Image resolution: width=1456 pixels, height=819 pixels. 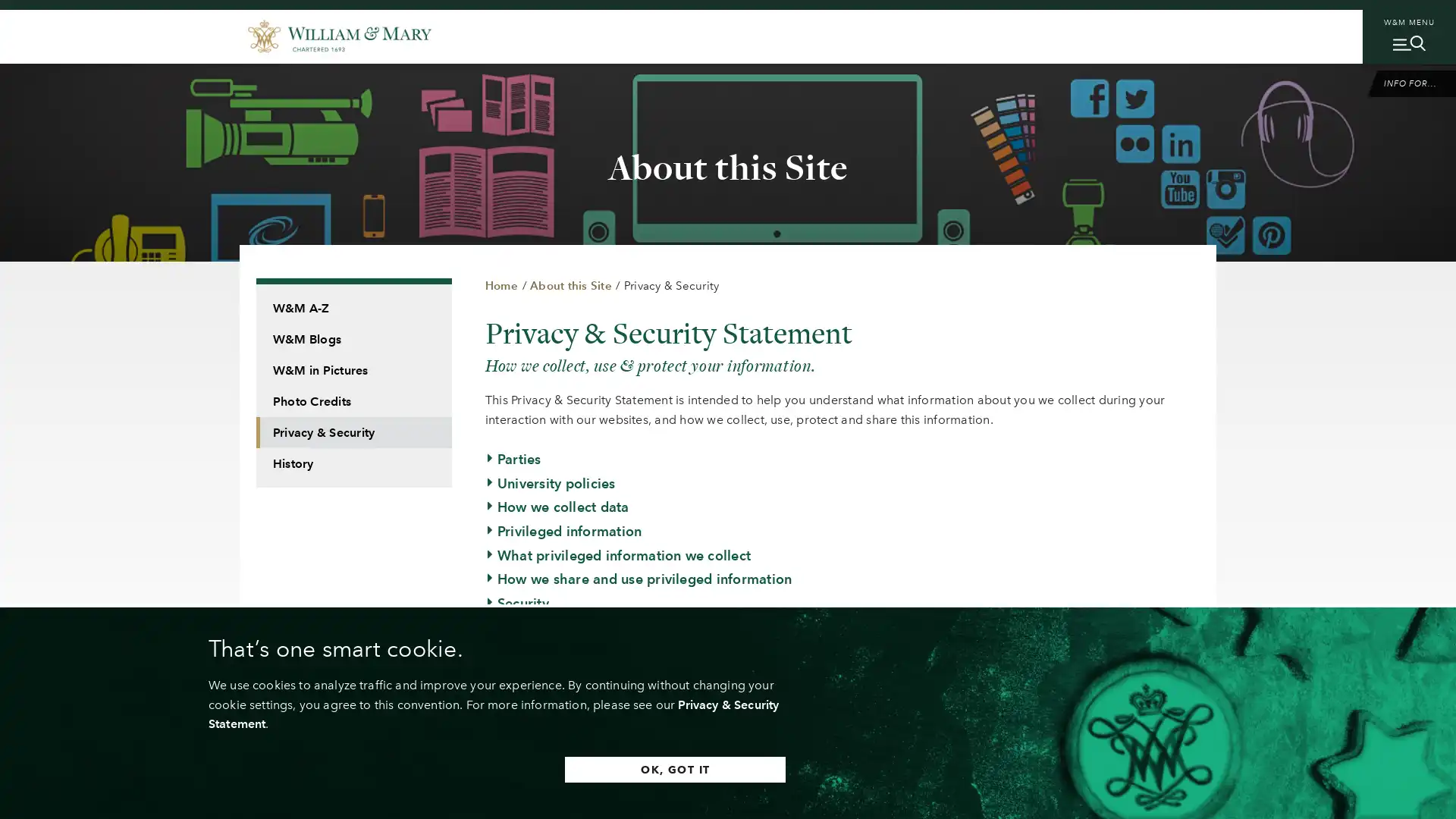 I want to click on Security, so click(x=516, y=602).